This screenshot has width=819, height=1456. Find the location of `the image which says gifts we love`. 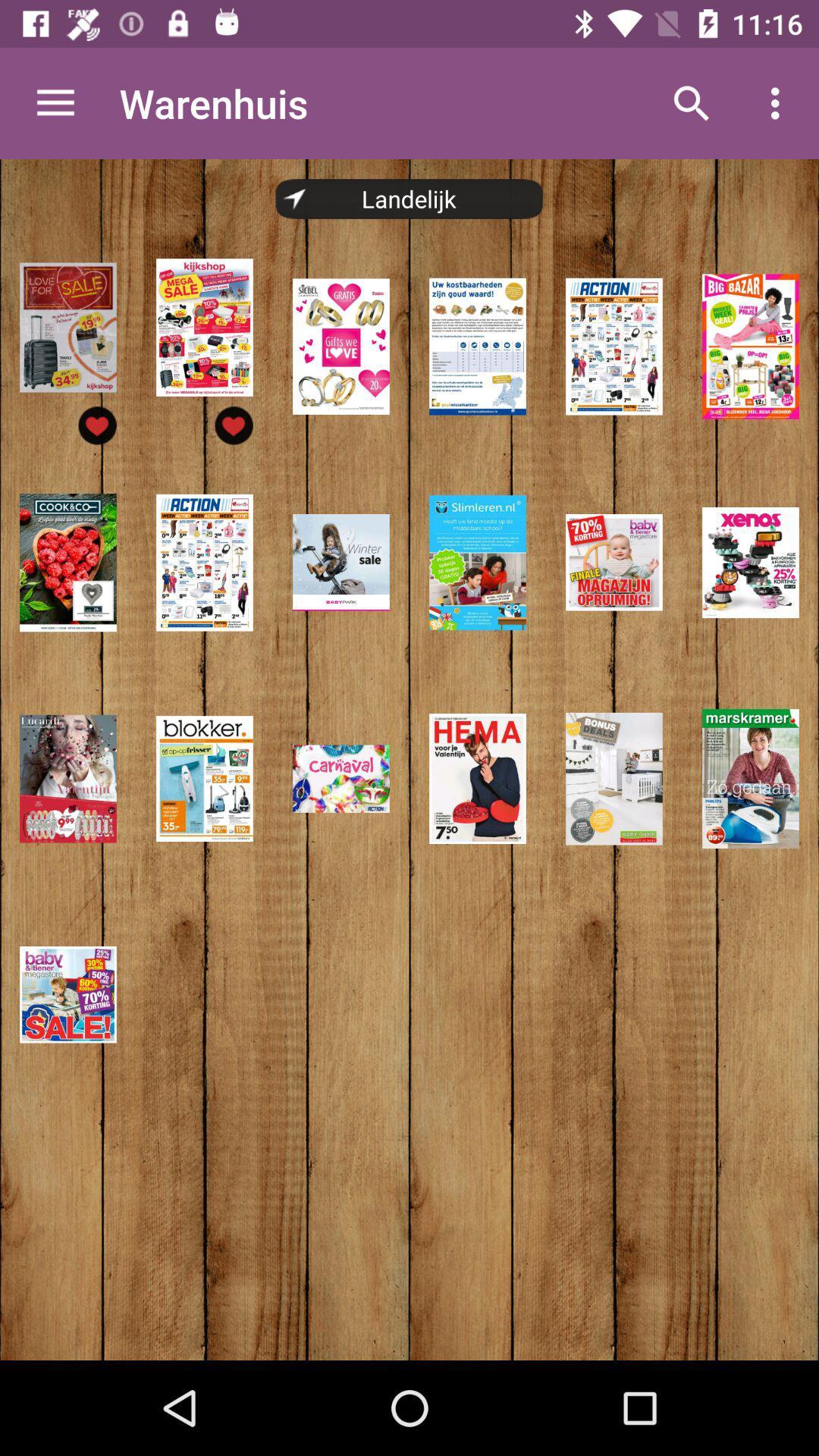

the image which says gifts we love is located at coordinates (341, 345).